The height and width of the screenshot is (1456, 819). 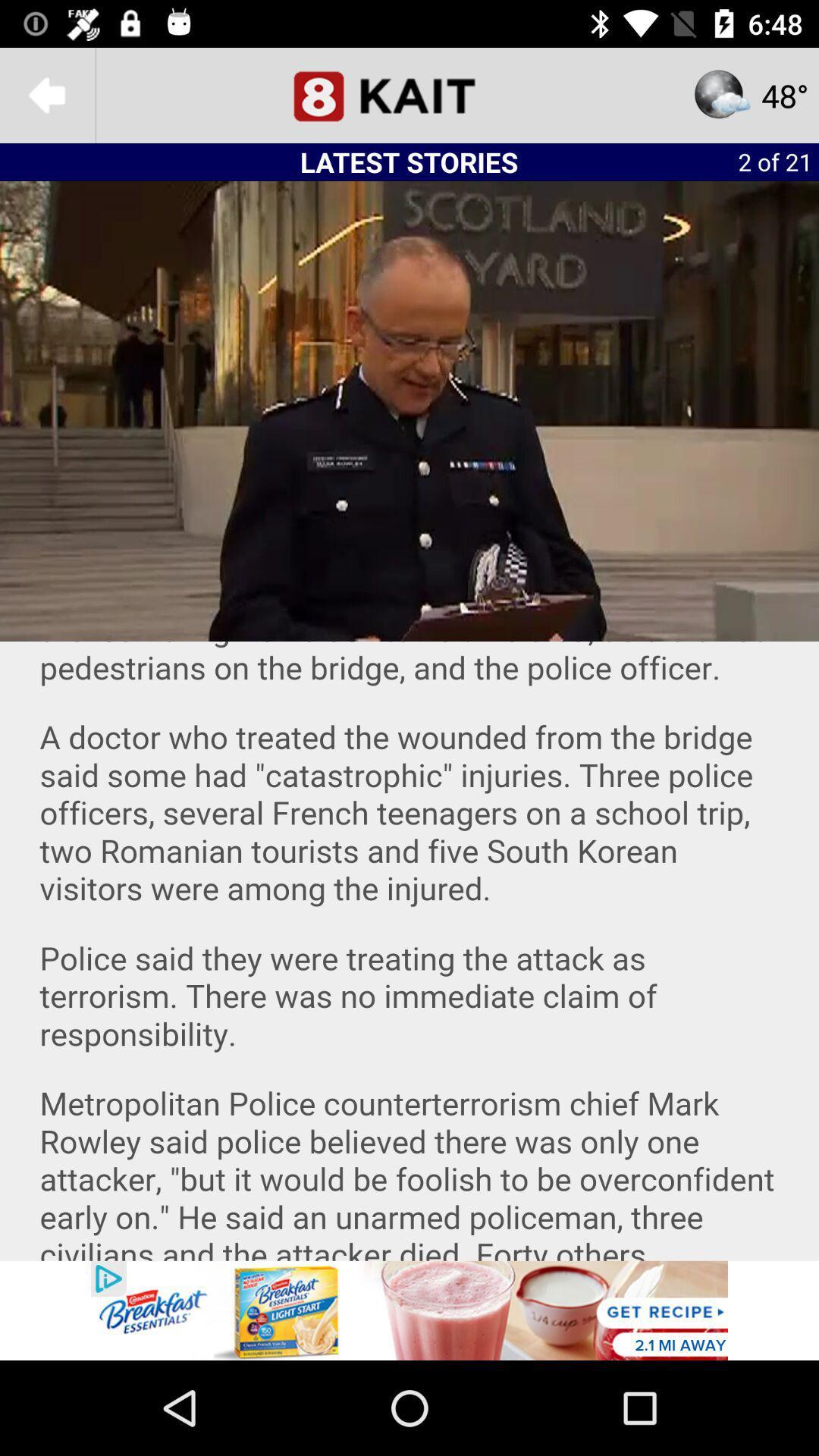 I want to click on banner advertisement for breakfast essintials, so click(x=409, y=1310).